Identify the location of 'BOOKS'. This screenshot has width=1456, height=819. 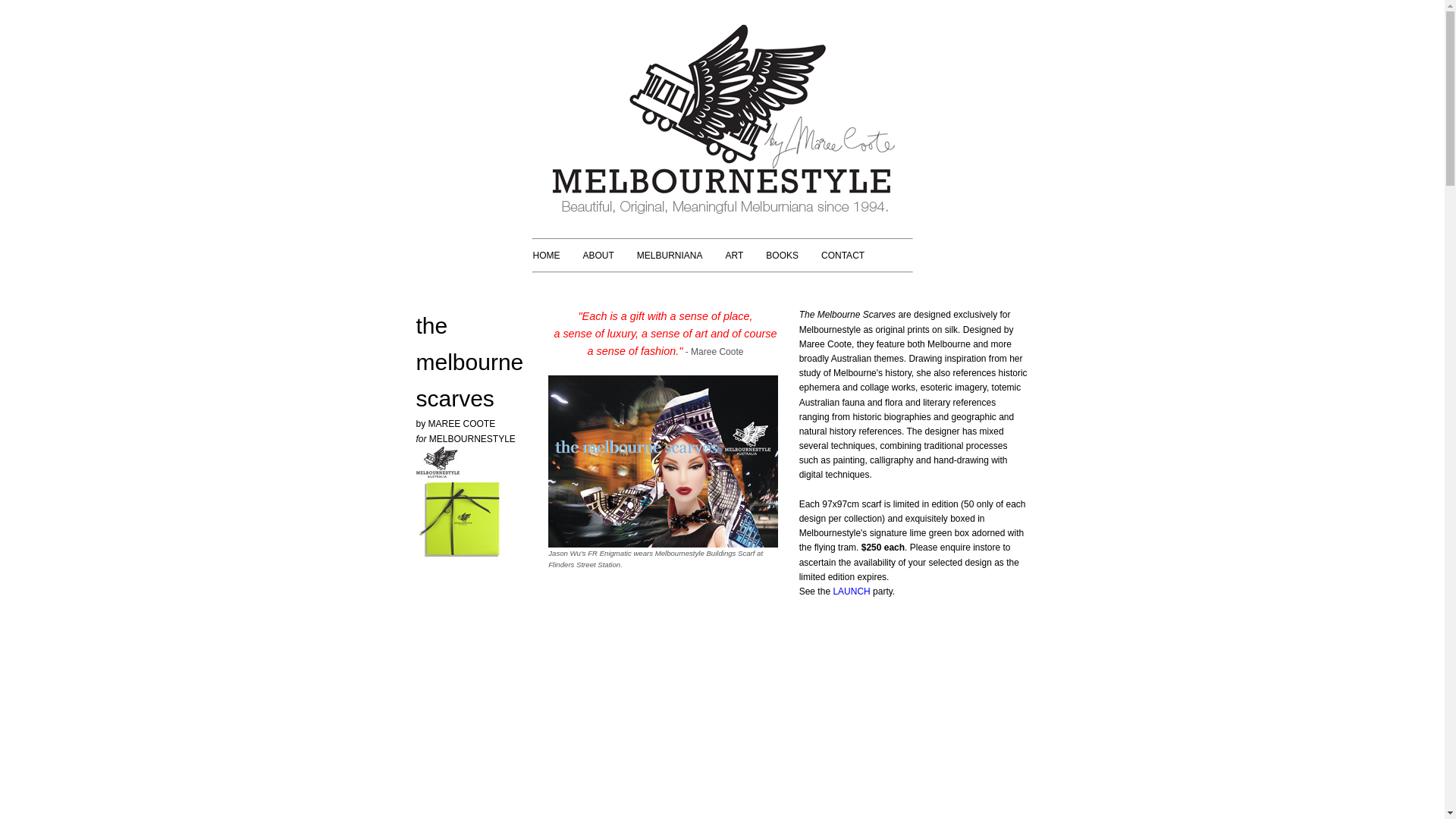
(782, 254).